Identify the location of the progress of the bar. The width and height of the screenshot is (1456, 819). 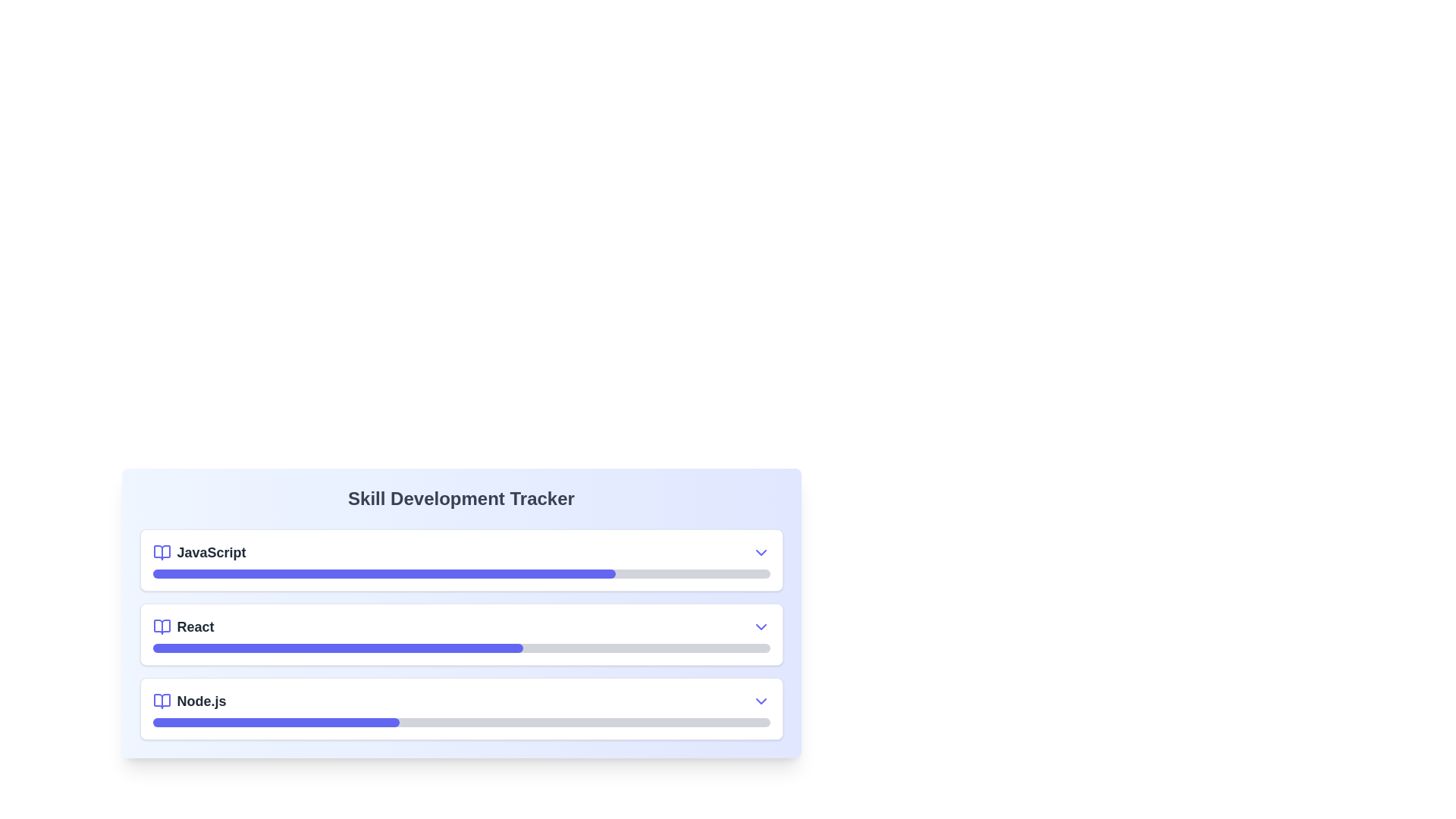
(362, 648).